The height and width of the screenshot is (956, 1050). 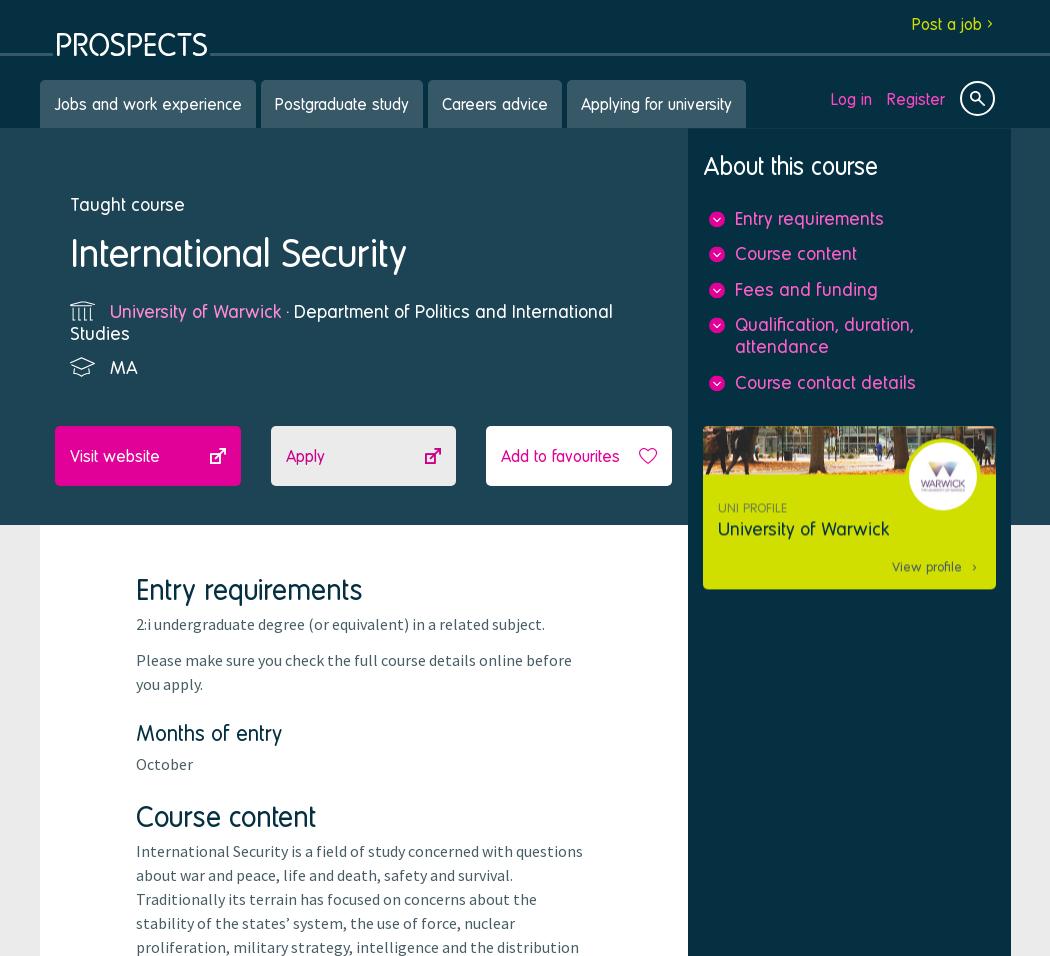 What do you see at coordinates (916, 96) in the screenshot?
I see `'Register'` at bounding box center [916, 96].